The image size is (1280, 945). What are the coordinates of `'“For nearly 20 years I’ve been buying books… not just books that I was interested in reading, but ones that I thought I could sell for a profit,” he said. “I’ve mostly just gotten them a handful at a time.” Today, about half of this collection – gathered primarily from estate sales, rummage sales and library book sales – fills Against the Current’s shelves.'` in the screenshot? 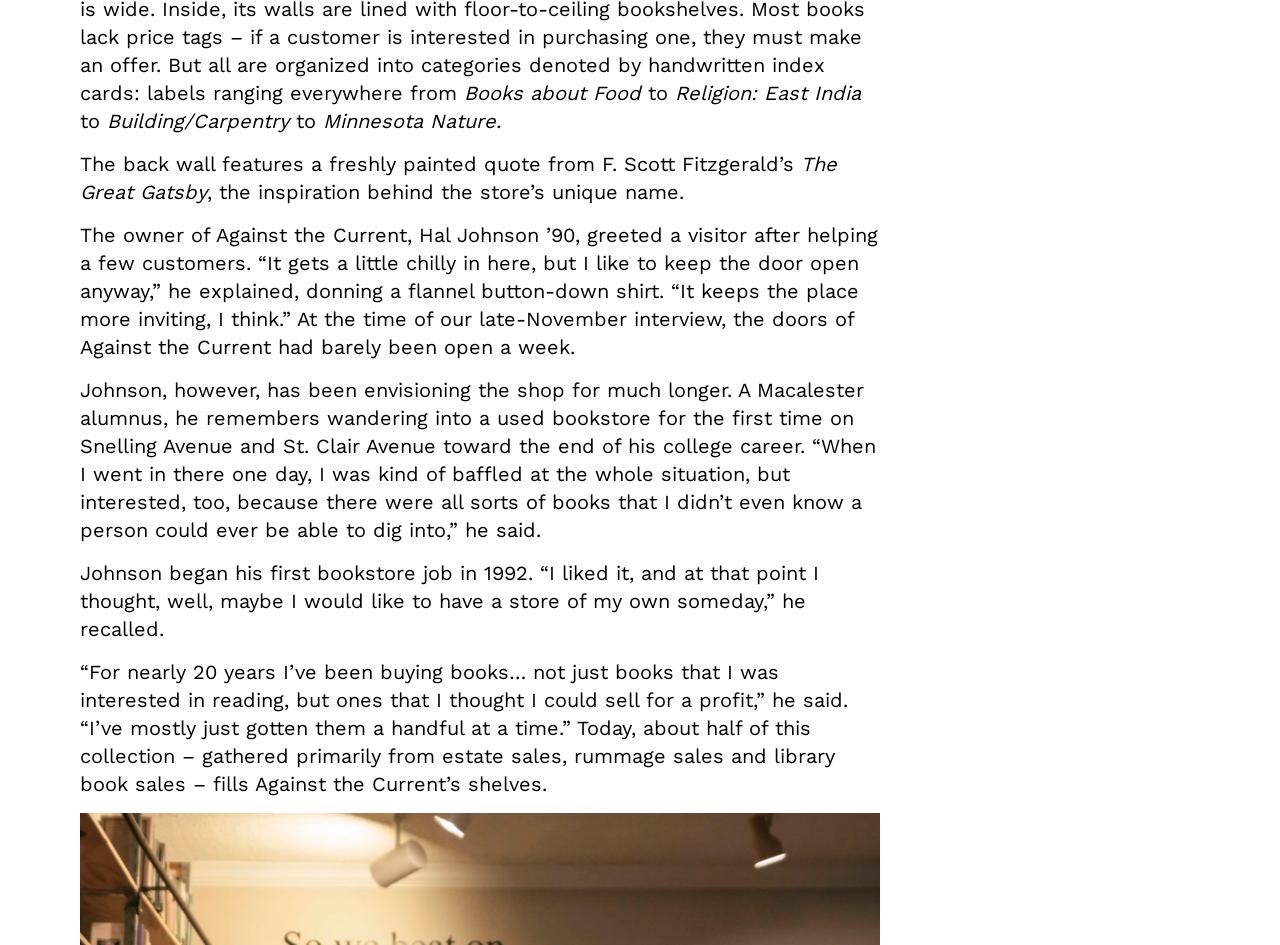 It's located at (463, 728).